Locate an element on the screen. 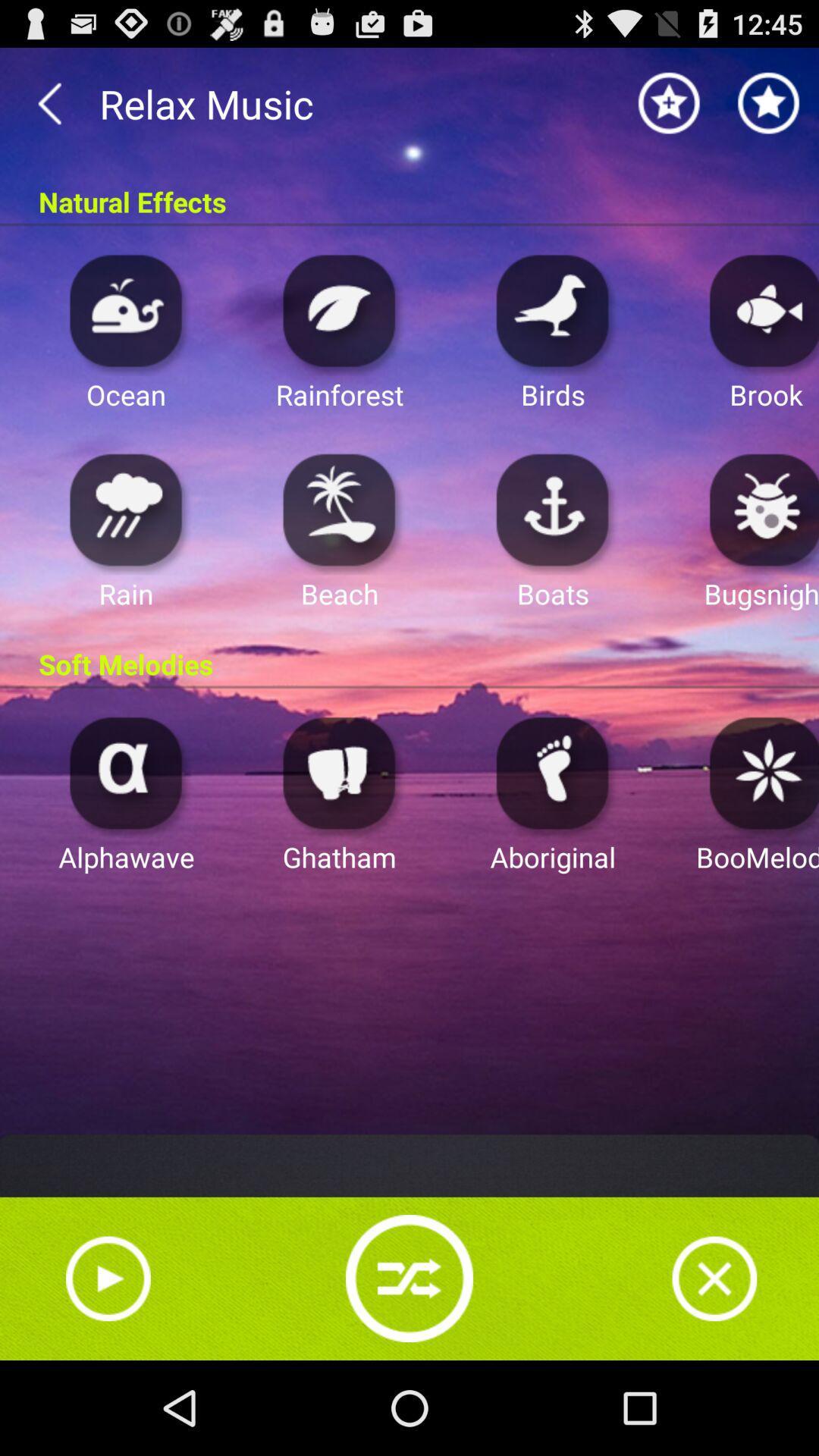 The image size is (819, 1456). plays audio is located at coordinates (339, 309).